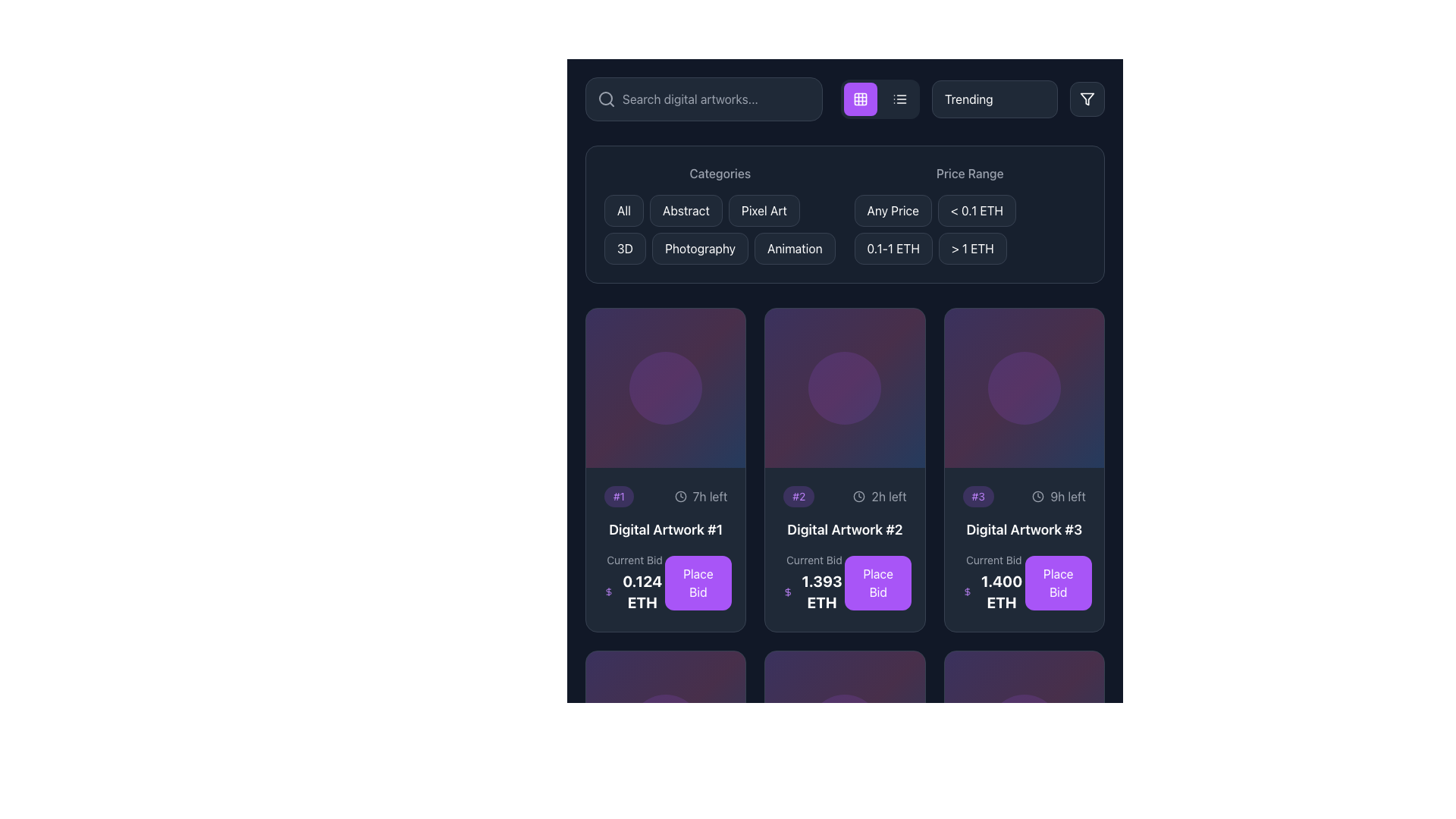 This screenshot has width=1456, height=819. What do you see at coordinates (1024, 497) in the screenshot?
I see `the label with the identifier '#3' and the time remaining '9h left' located at the top of the card labeled 'Digital Artwork #3' in the third column of the grid layout` at bounding box center [1024, 497].